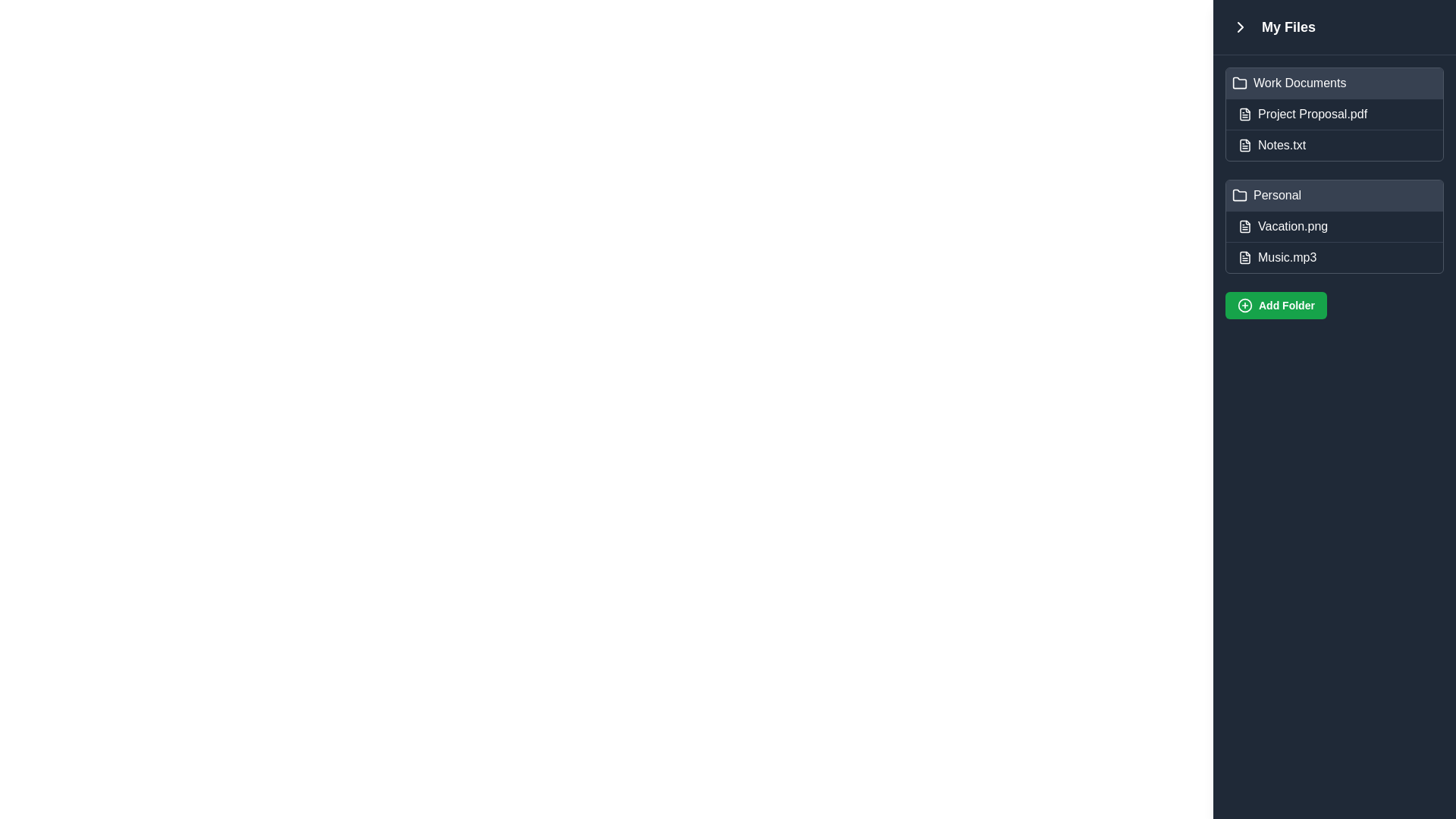 The width and height of the screenshot is (1456, 819). What do you see at coordinates (1281, 146) in the screenshot?
I see `the label displaying the file name in the right sidebar under the 'Work Documents' folder` at bounding box center [1281, 146].